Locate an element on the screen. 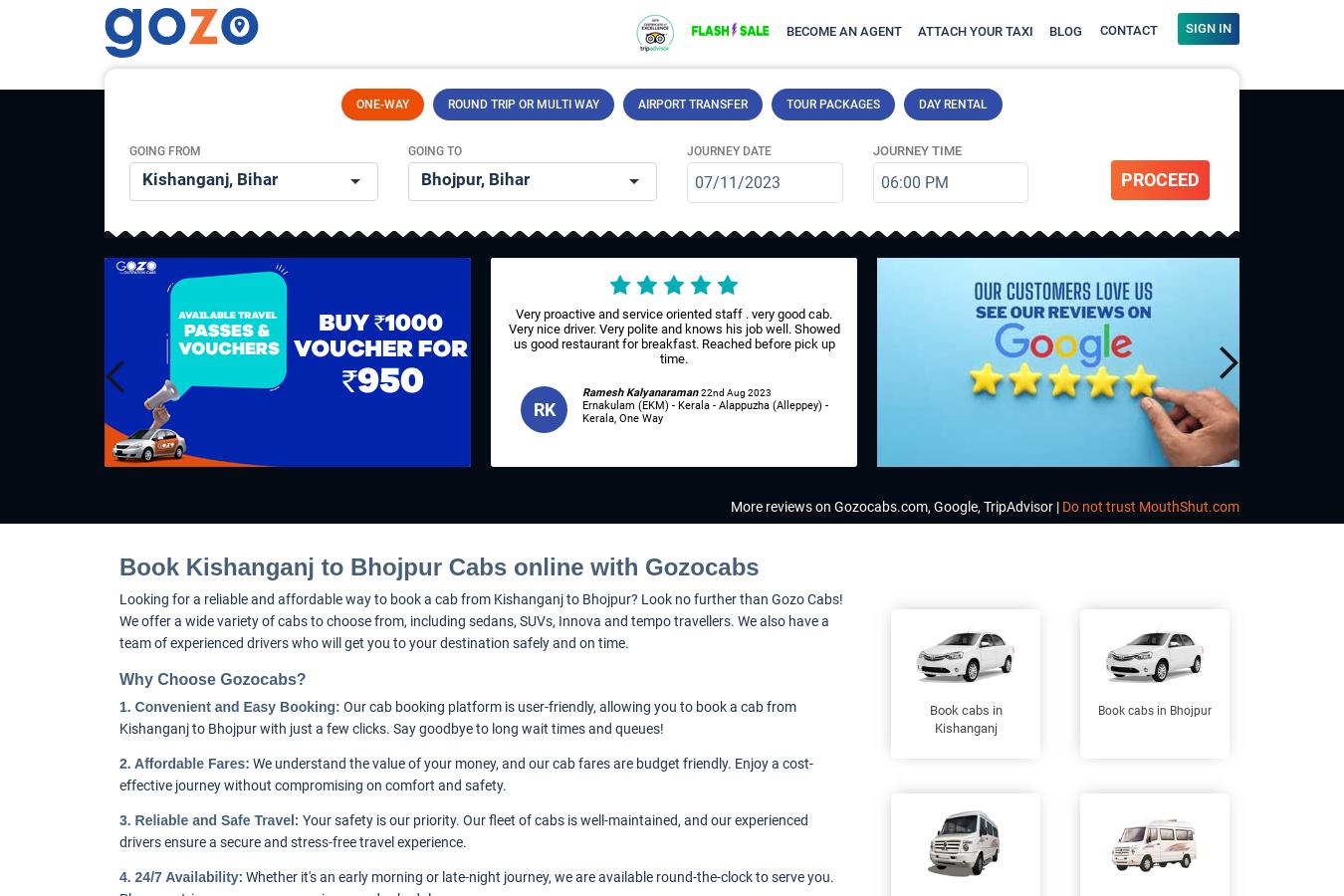 Image resolution: width=1344 pixels, height=896 pixels. 'Your safety is our priority. Our fleet of cabs is well-maintained, and our experienced drivers ensure a secure and stress-free travel experience.' is located at coordinates (462, 831).